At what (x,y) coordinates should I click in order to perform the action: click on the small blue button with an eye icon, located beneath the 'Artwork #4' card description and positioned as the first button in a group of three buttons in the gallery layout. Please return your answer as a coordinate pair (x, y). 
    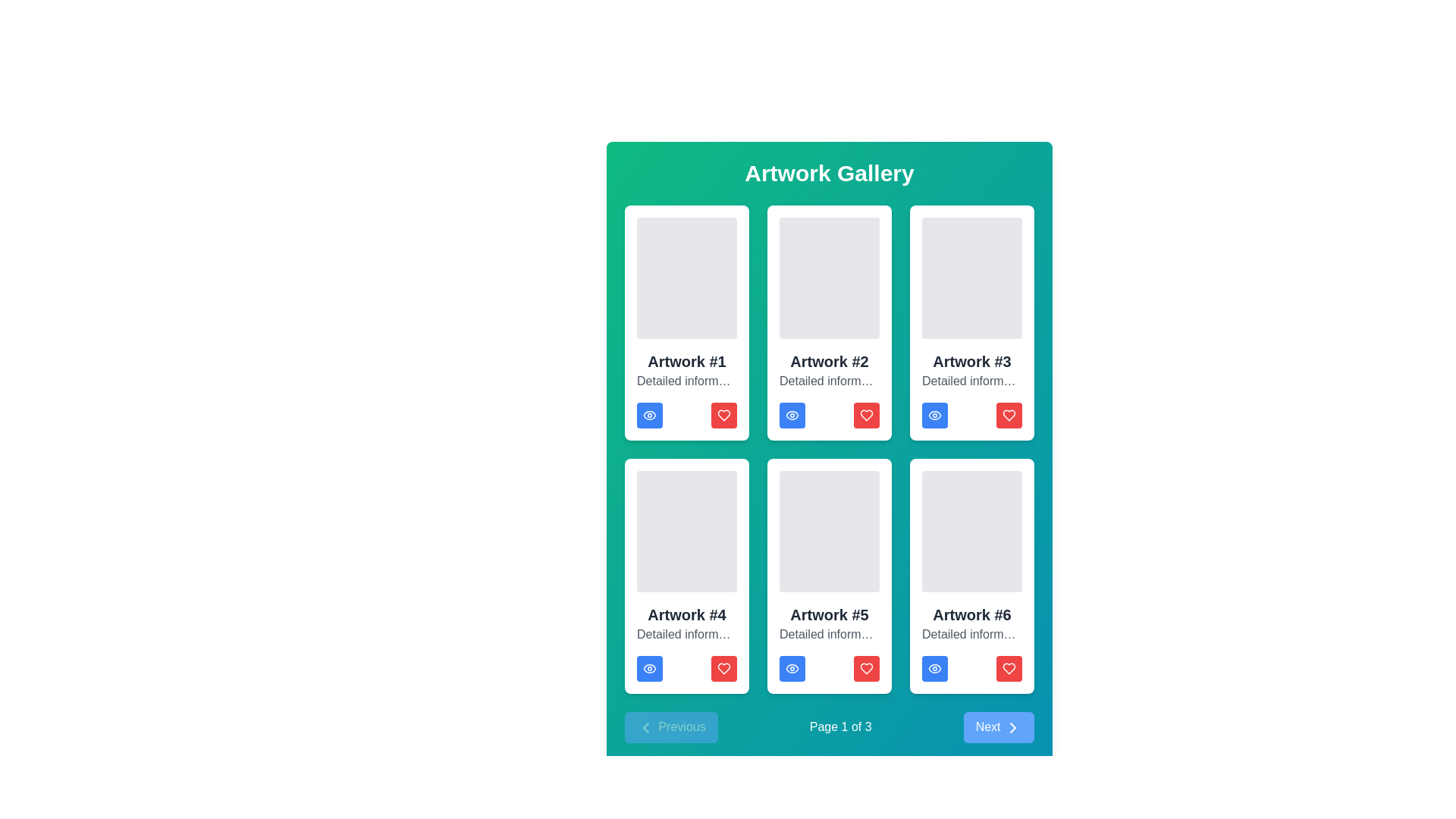
    Looking at the image, I should click on (650, 668).